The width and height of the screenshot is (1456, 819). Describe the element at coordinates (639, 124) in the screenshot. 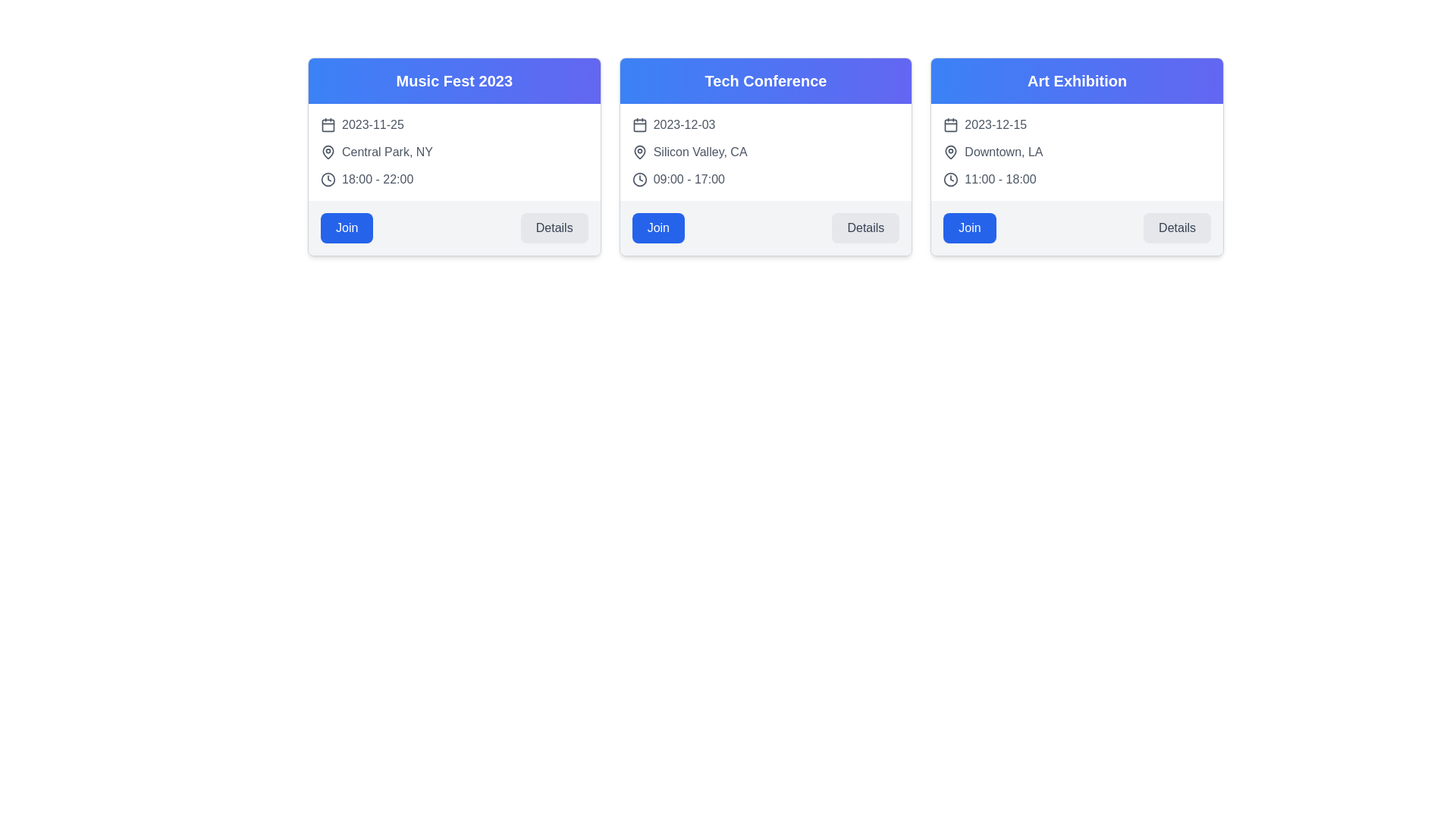

I see `the calendar icon located in the 'Tech Conference' section, which is directly to the left of the date '2023-12-03'` at that location.